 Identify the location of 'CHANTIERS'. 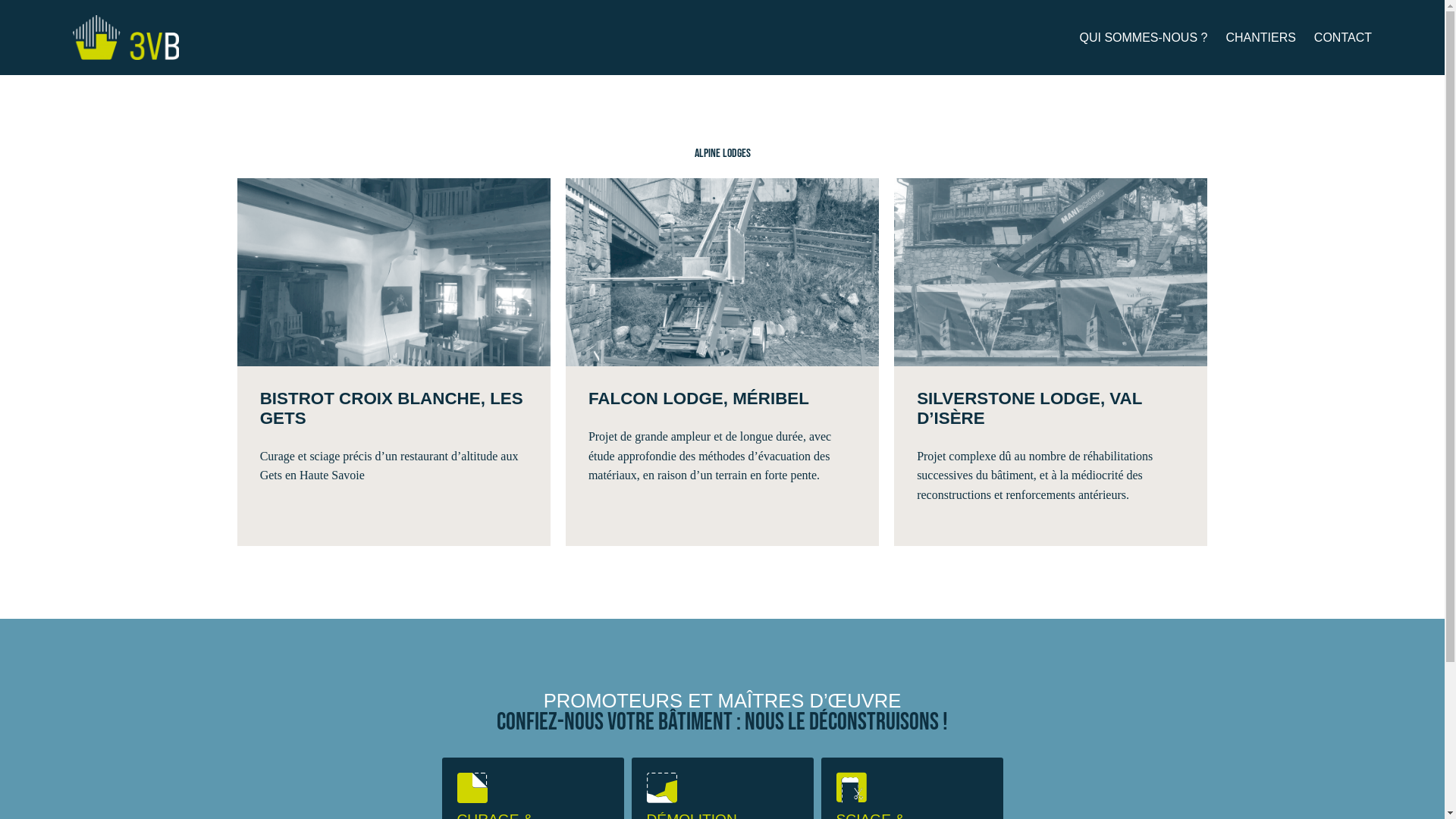
(1260, 37).